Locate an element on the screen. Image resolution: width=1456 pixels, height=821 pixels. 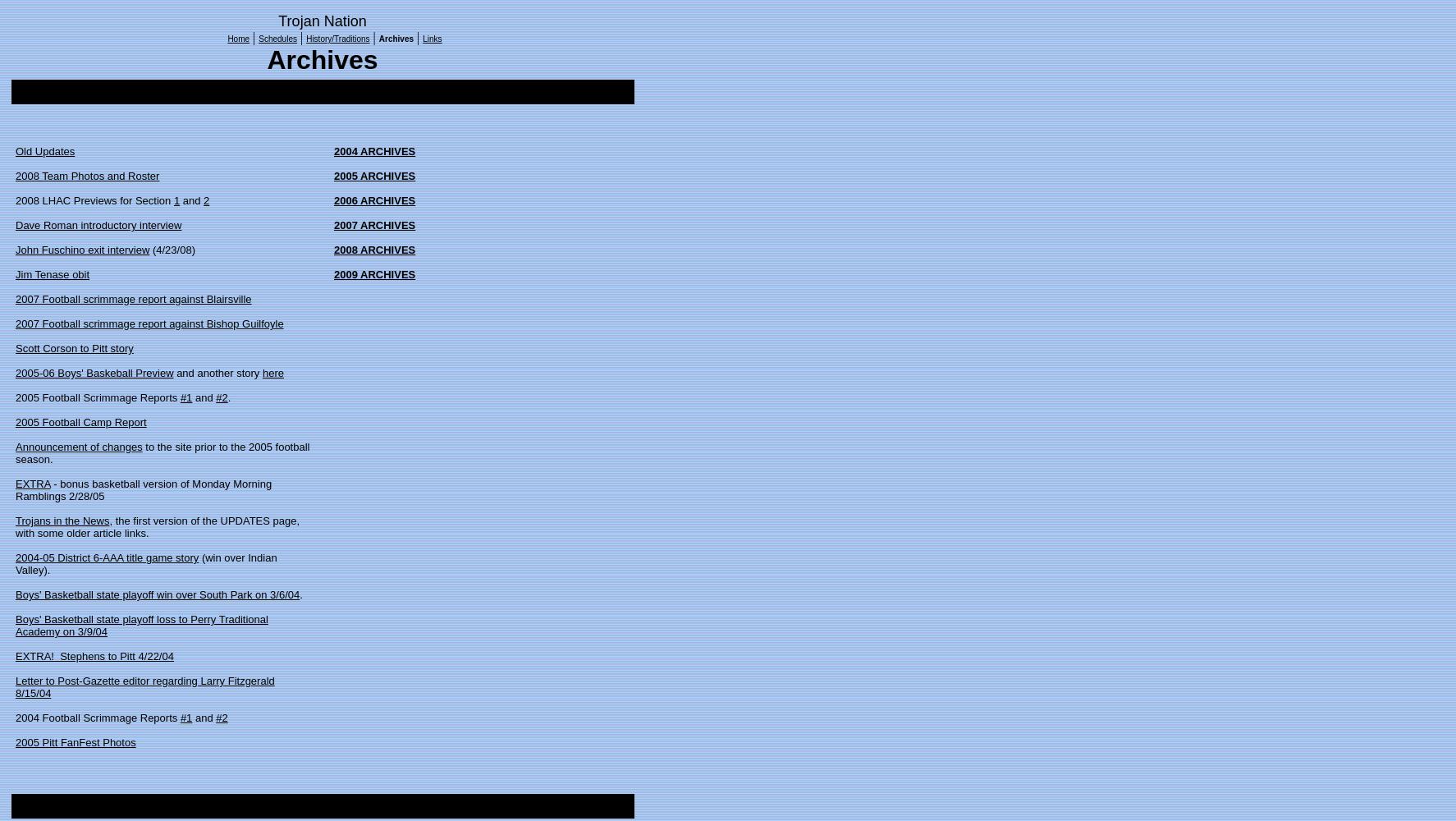
'Dave Roman introductory interview' is located at coordinates (98, 225).